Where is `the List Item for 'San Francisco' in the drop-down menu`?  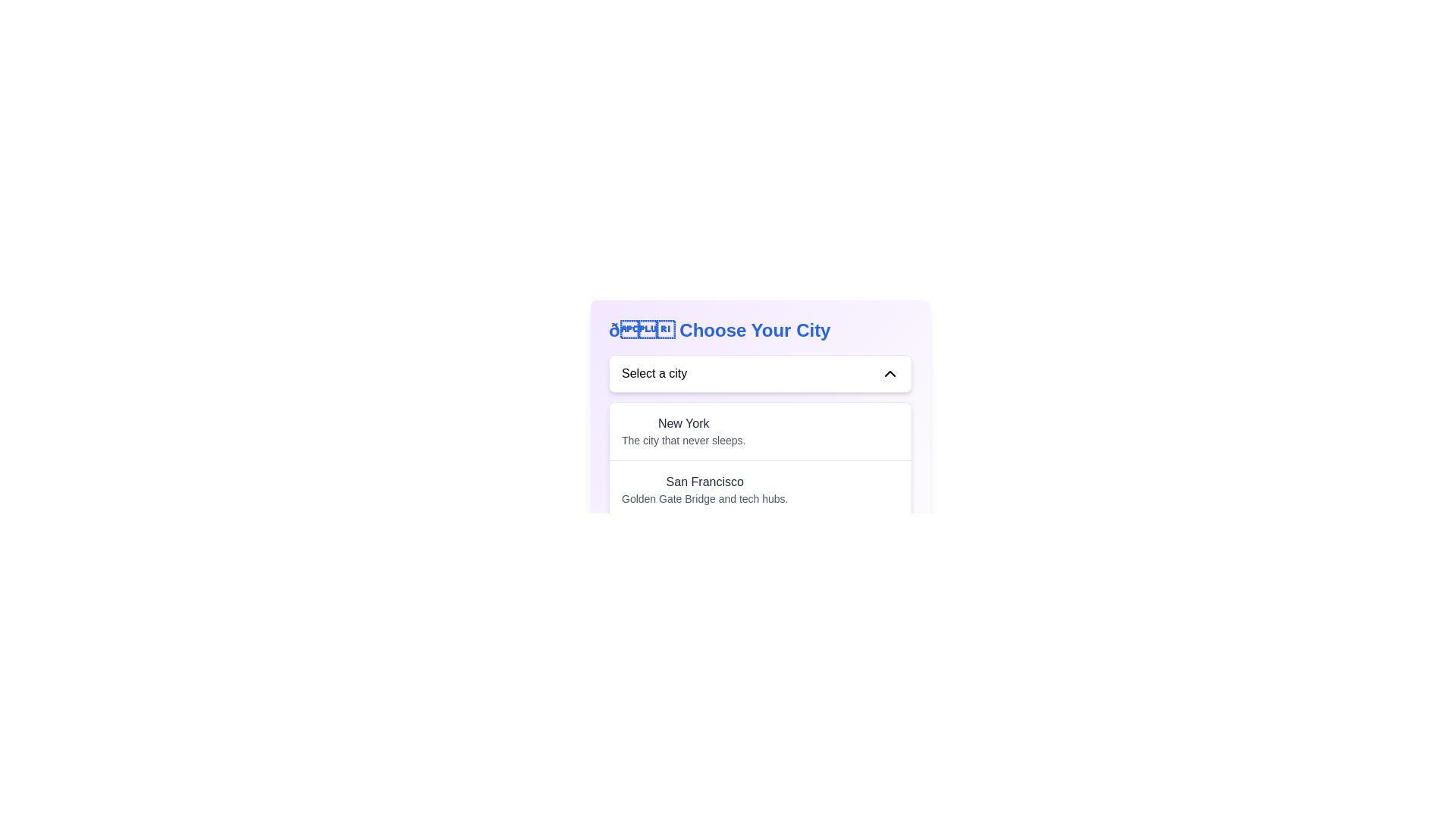
the List Item for 'San Francisco' in the drop-down menu is located at coordinates (761, 488).